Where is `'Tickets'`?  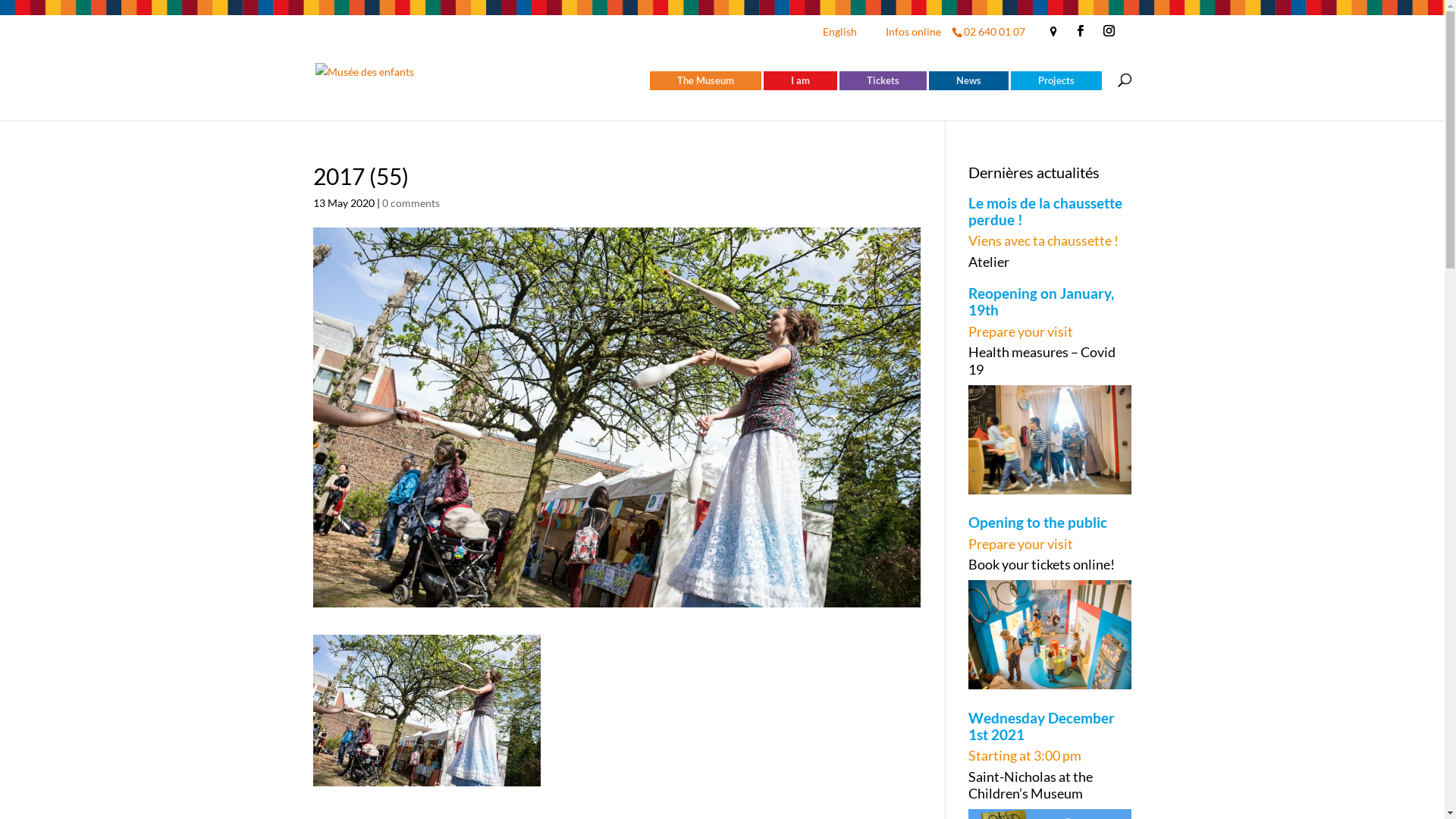
'Tickets' is located at coordinates (882, 80).